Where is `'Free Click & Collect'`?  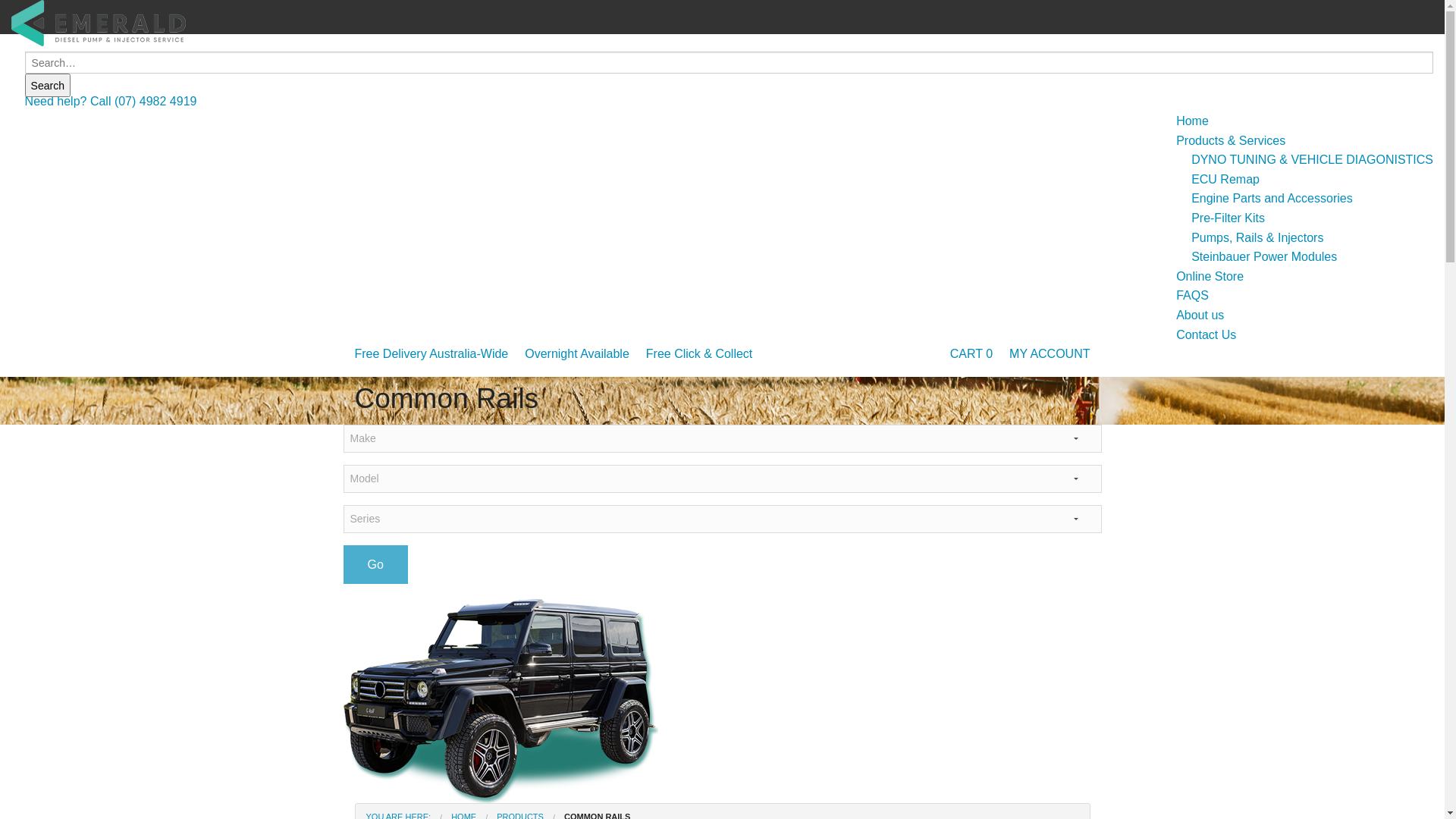
'Free Click & Collect' is located at coordinates (698, 353).